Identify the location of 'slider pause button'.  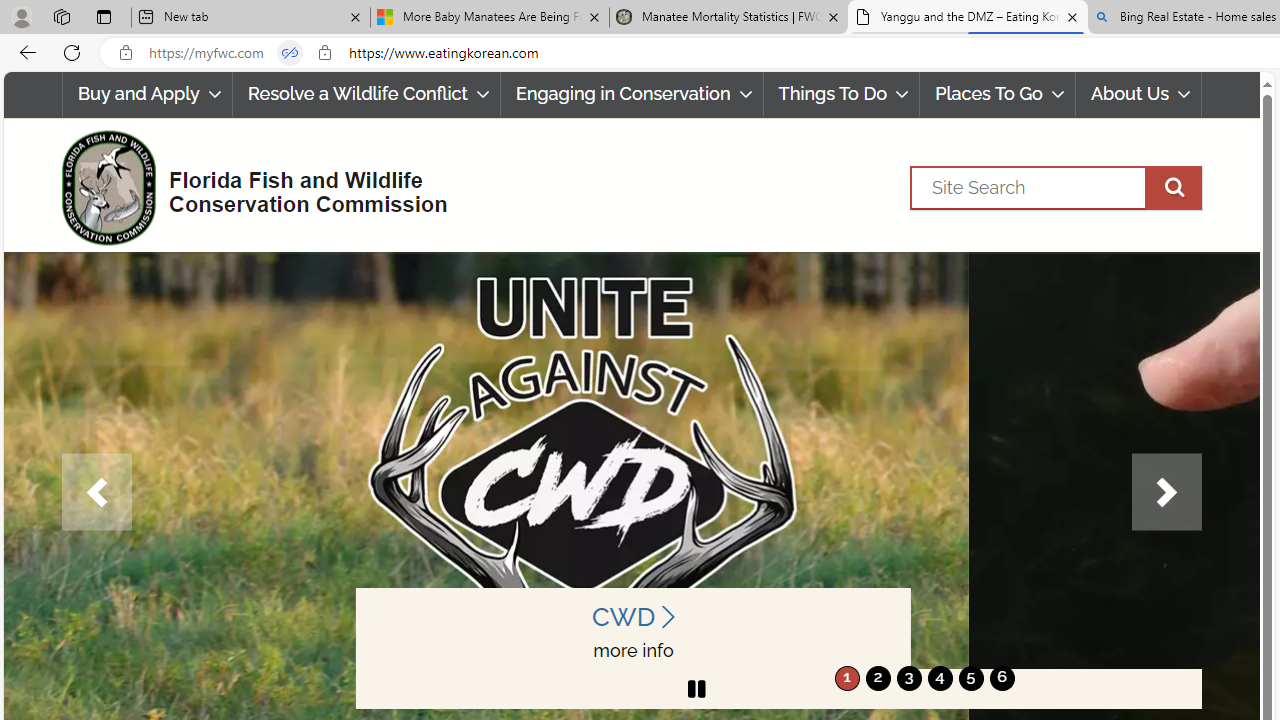
(696, 688).